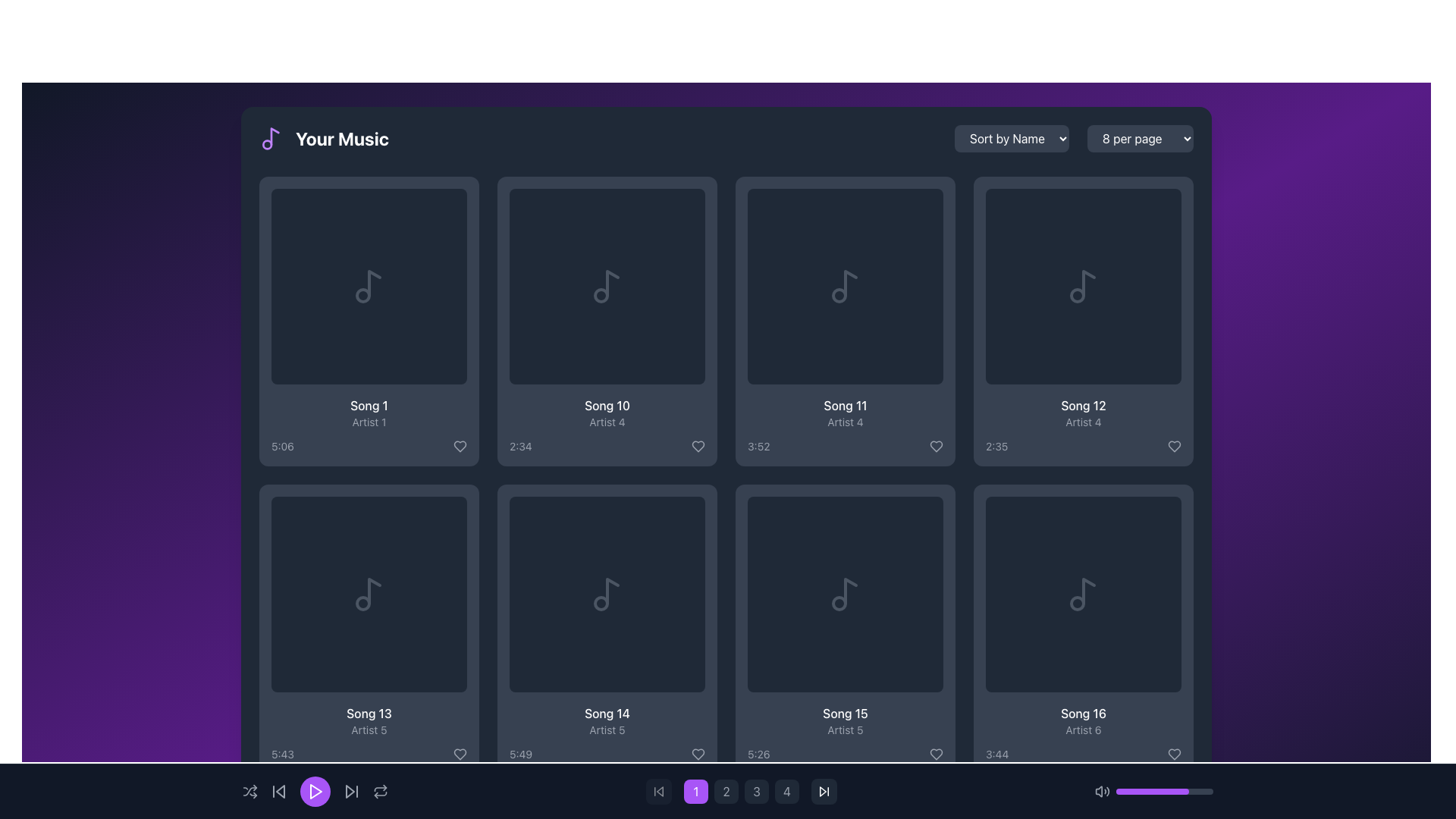 The width and height of the screenshot is (1456, 819). What do you see at coordinates (459, 446) in the screenshot?
I see `the heart icon button to mark 'Song 1' as a favorite, located to the right of the '5:06' duration text in the first row of the grid layout` at bounding box center [459, 446].